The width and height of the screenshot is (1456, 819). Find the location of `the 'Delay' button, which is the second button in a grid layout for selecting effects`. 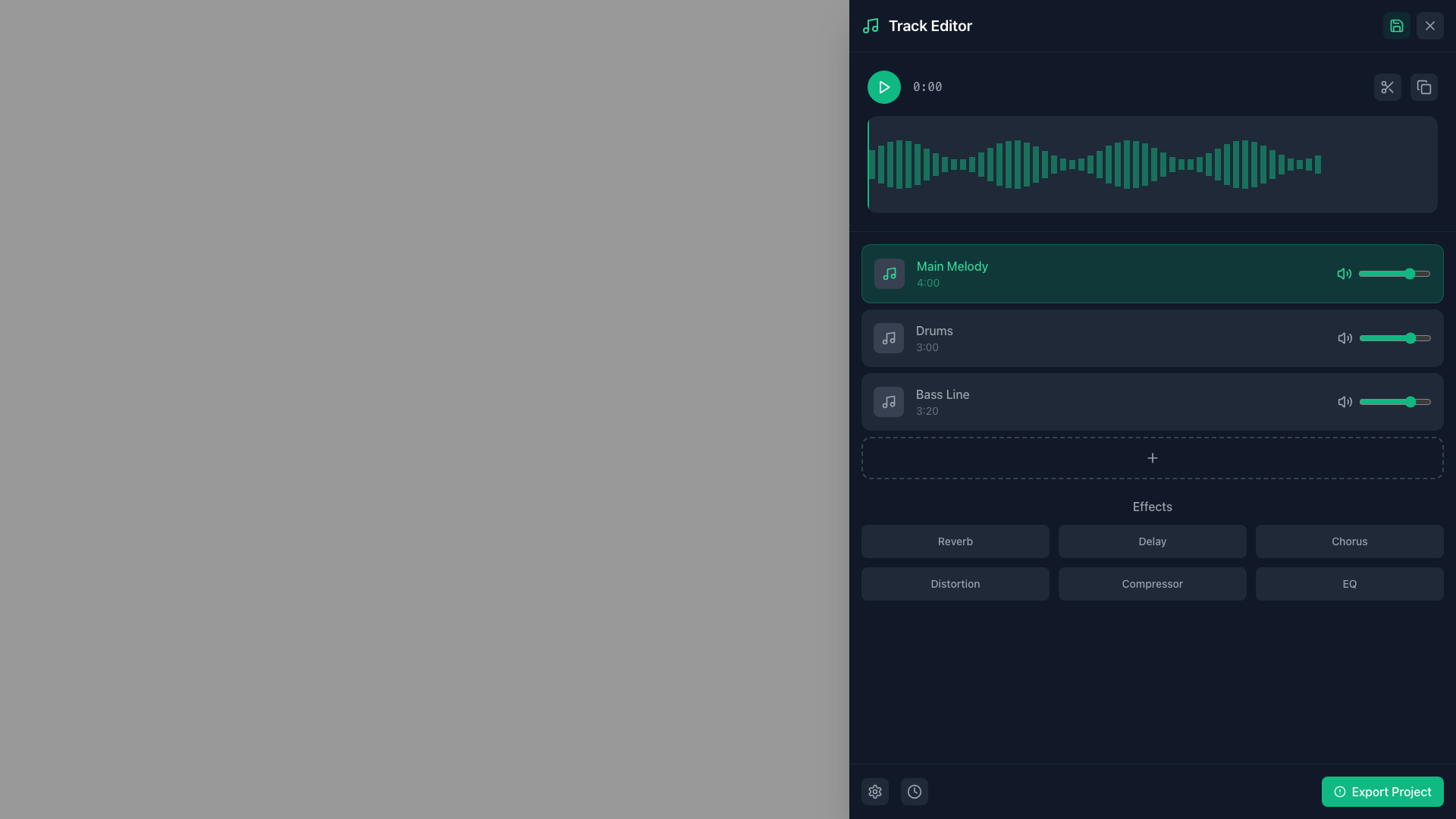

the 'Delay' button, which is the second button in a grid layout for selecting effects is located at coordinates (1153, 540).